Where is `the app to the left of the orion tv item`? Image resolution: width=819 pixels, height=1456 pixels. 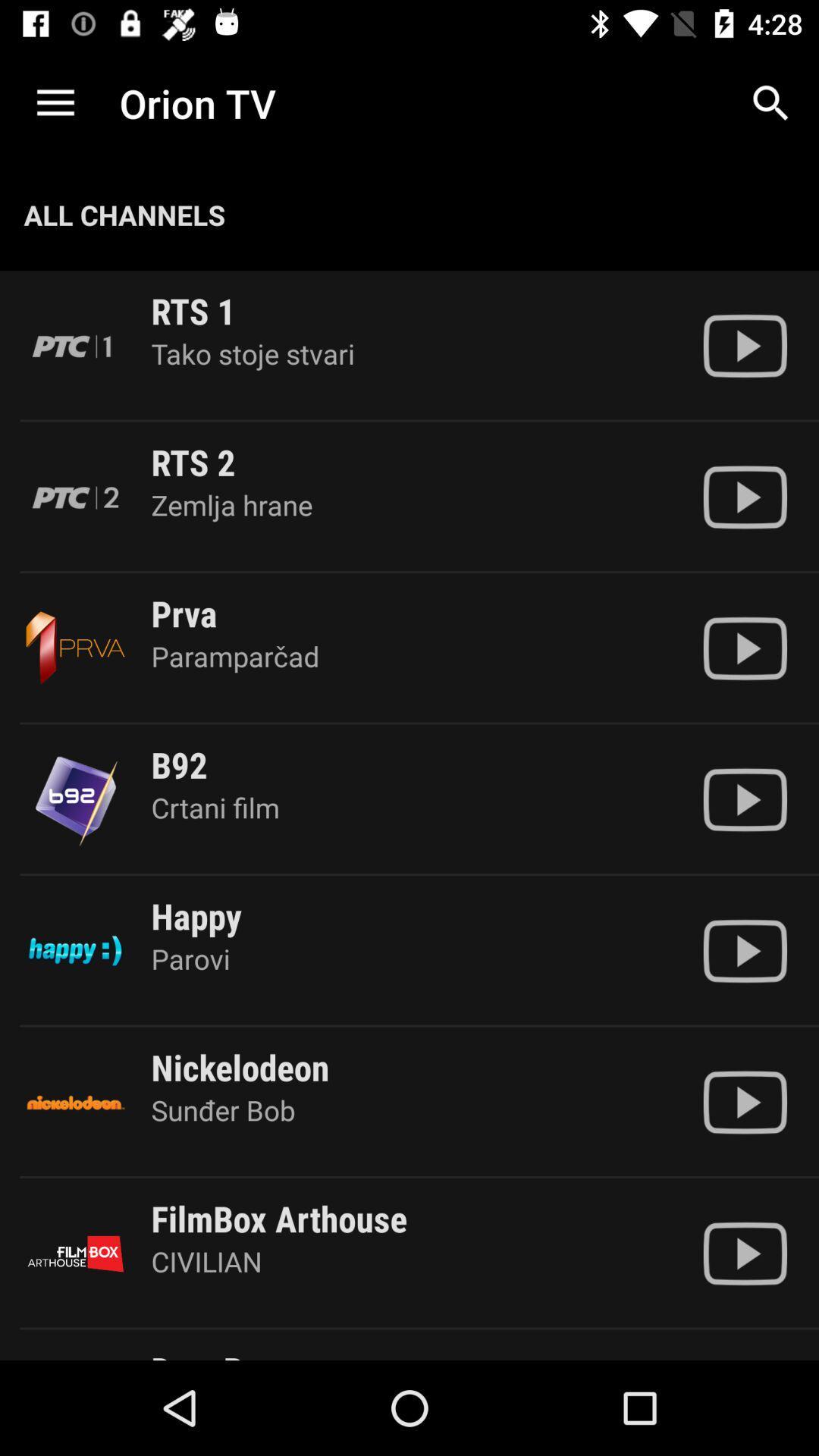 the app to the left of the orion tv item is located at coordinates (55, 102).